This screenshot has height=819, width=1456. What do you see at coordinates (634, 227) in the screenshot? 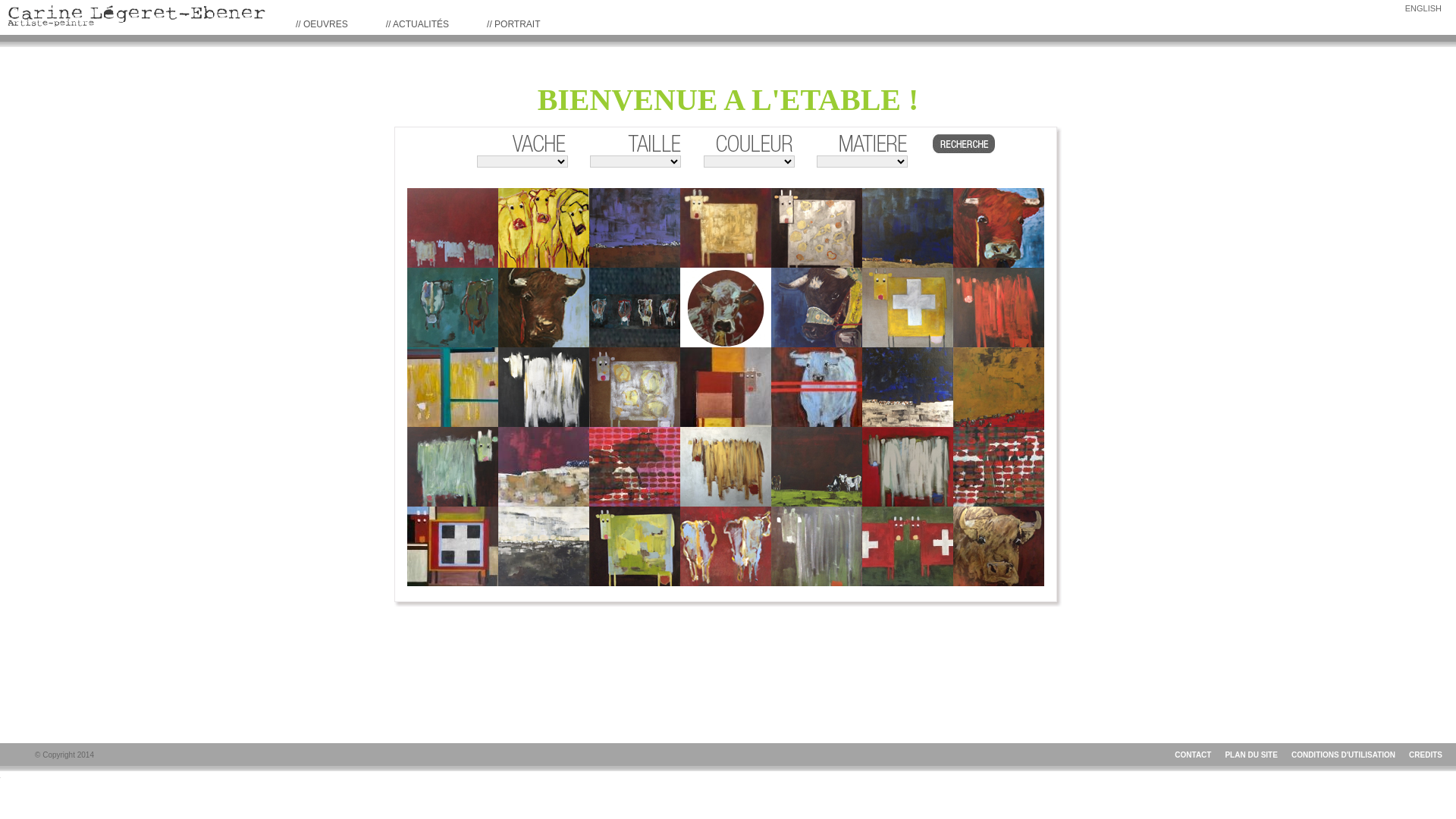
I see `'Prune'` at bounding box center [634, 227].